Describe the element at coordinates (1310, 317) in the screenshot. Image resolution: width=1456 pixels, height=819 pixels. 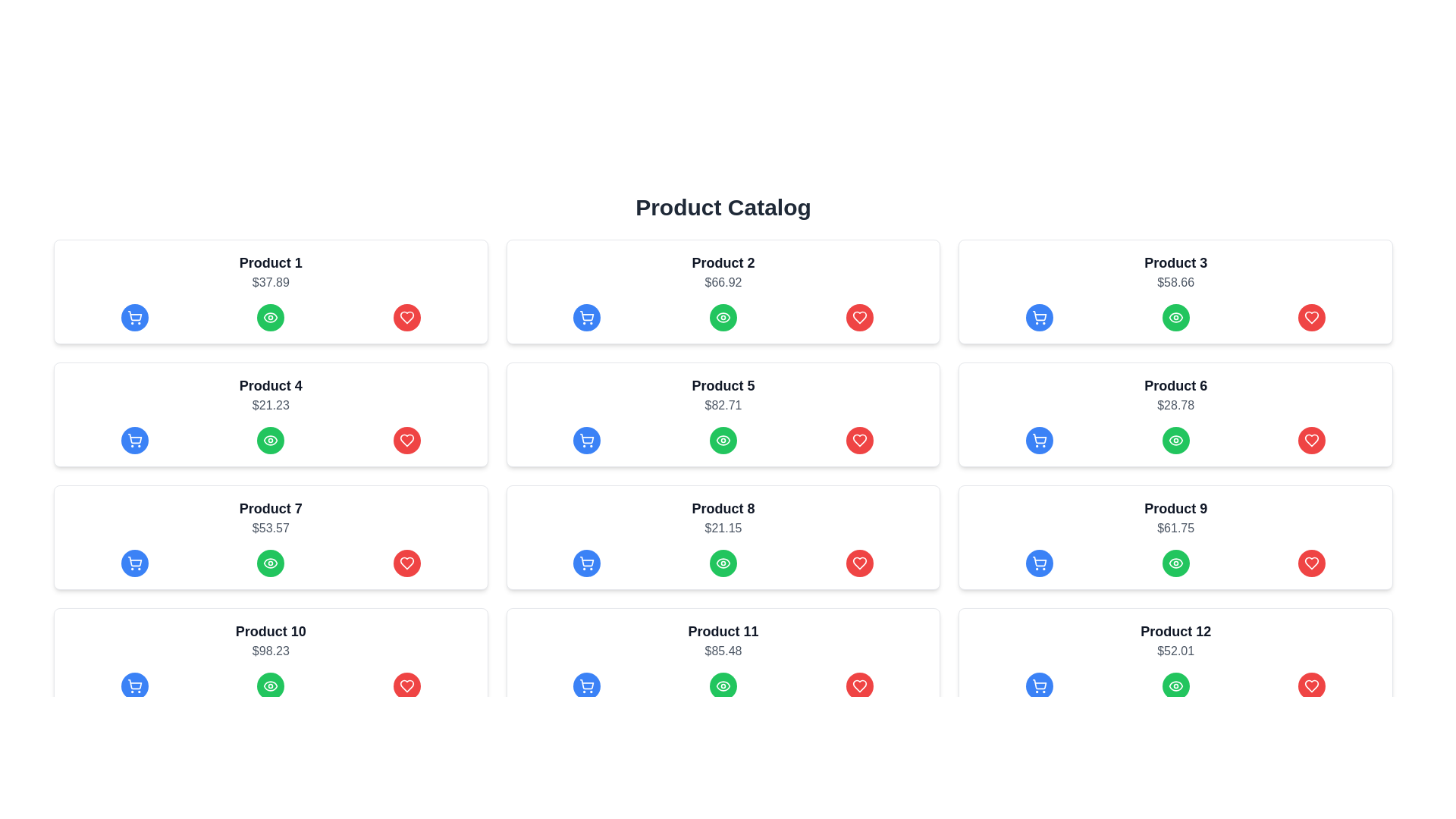
I see `the third button in the row of action buttons for 'Product 3' to mark it as a favorite` at that location.